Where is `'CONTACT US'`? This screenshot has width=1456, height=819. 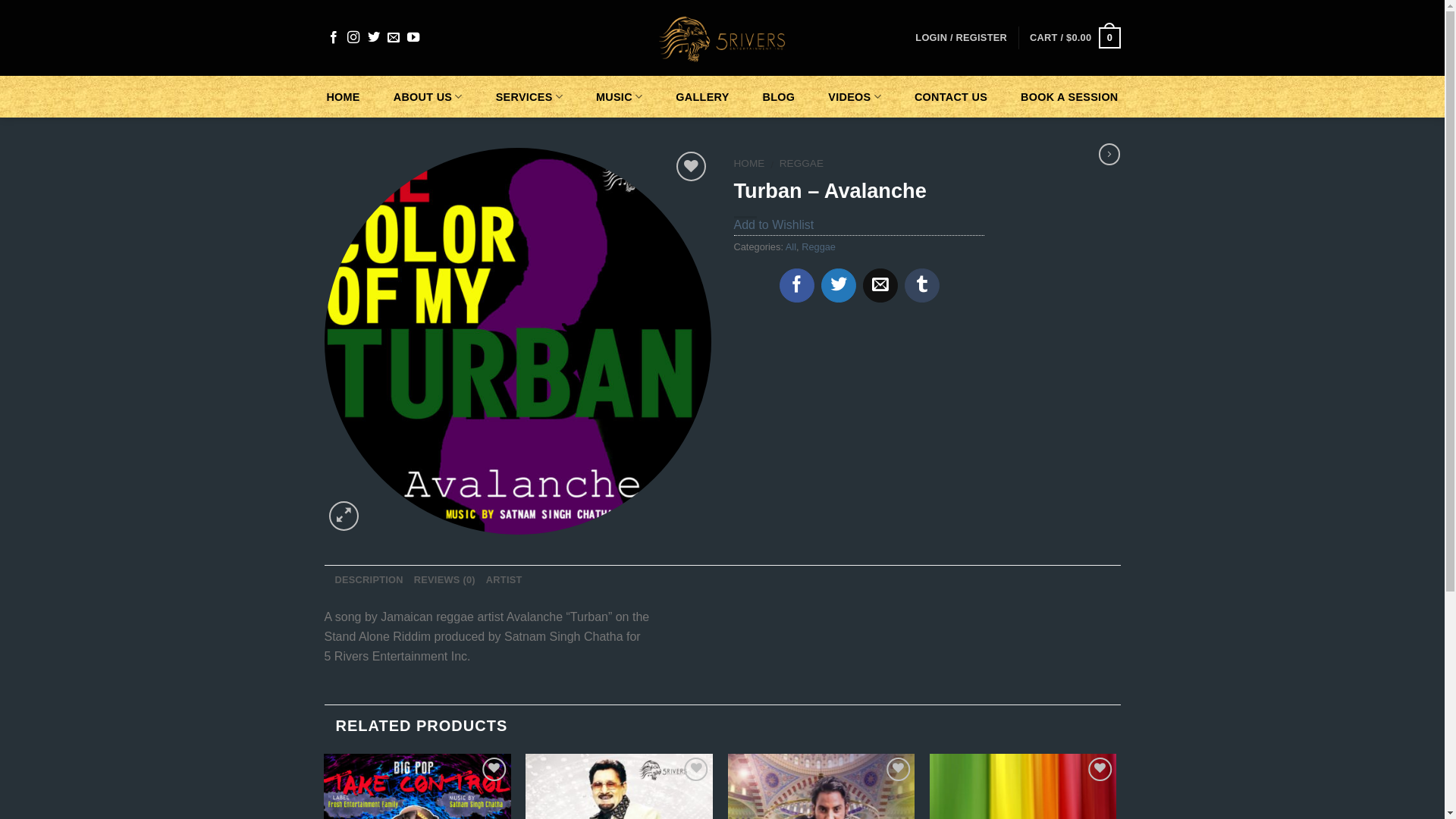
'CONTACT US' is located at coordinates (949, 96).